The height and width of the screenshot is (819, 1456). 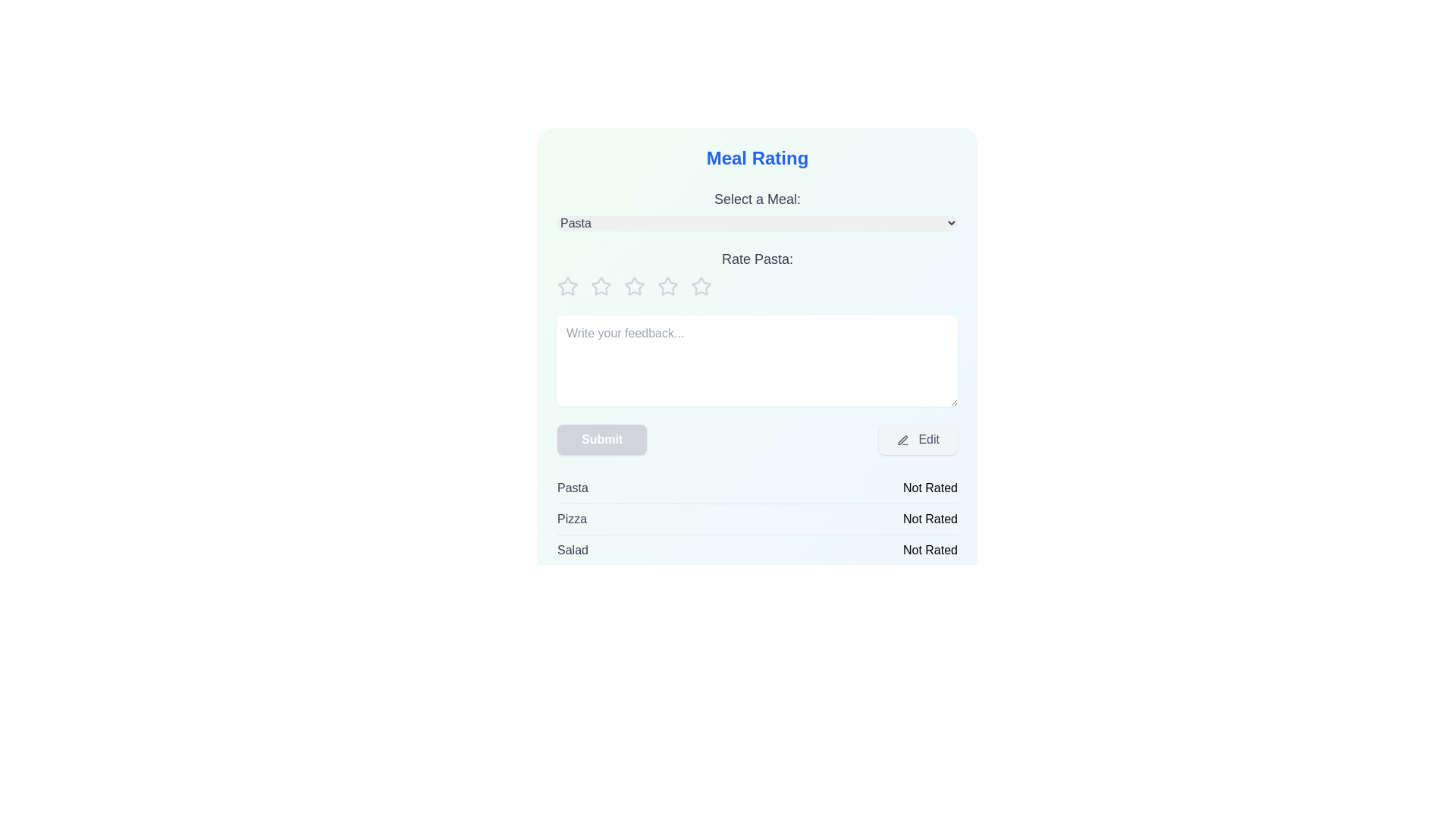 What do you see at coordinates (930, 519) in the screenshot?
I see `the label indicating that the meal item 'Pizza' has not been rated yet, located on the far right side of the row in the vertical list of meal names and ratings` at bounding box center [930, 519].